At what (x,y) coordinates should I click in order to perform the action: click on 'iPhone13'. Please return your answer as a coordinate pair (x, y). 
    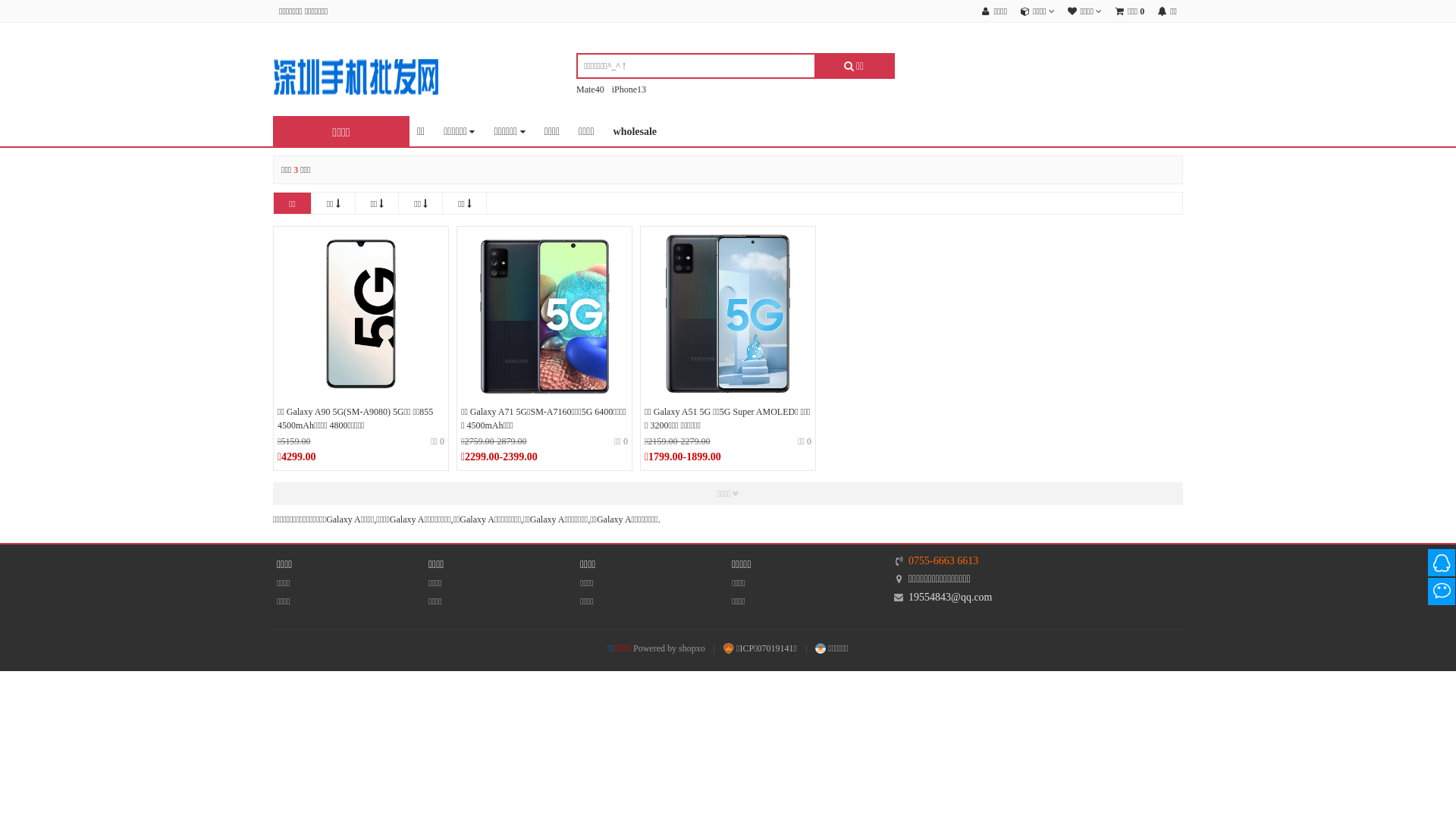
    Looking at the image, I should click on (629, 89).